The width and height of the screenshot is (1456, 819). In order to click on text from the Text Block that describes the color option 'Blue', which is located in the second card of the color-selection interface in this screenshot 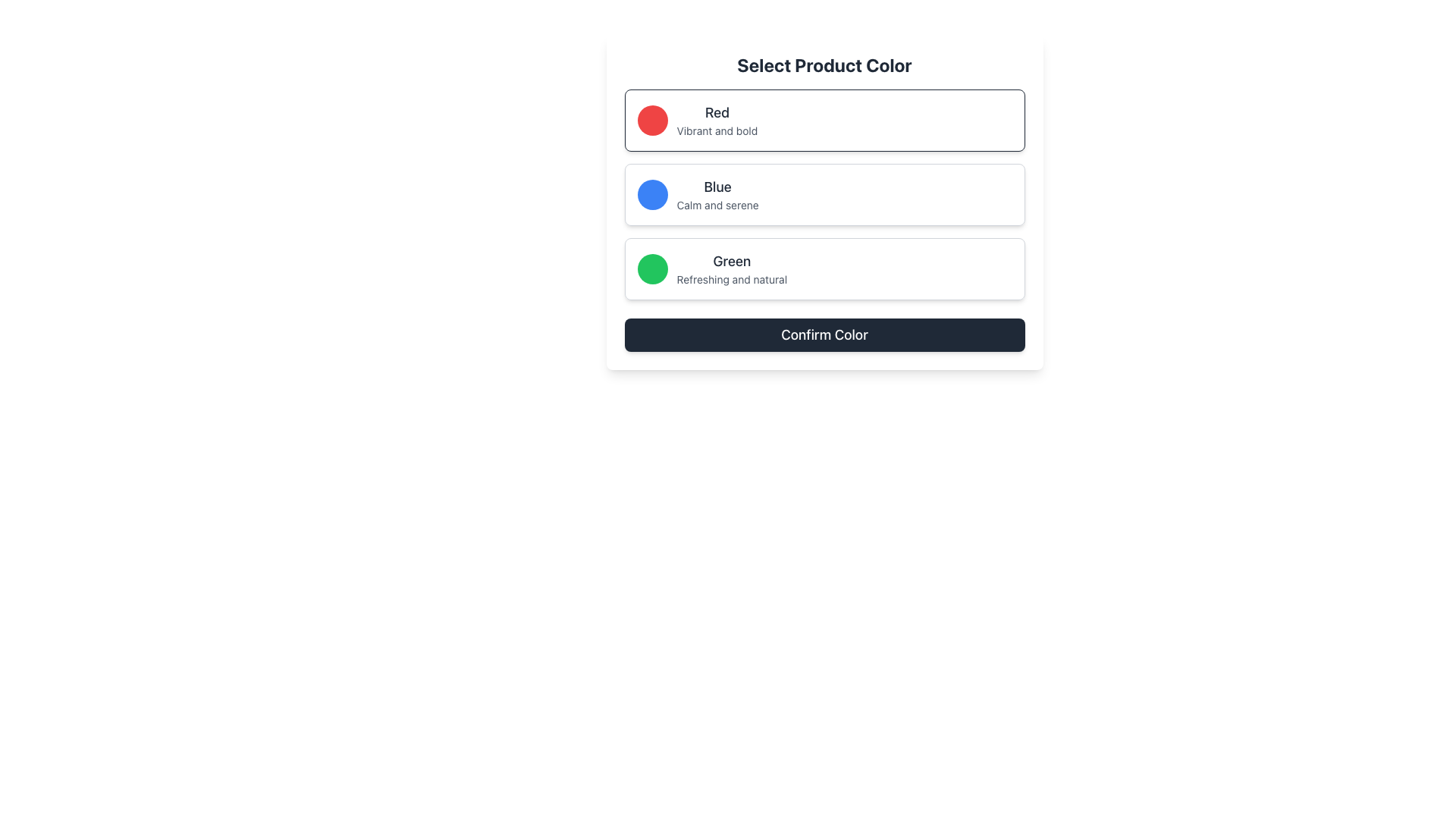, I will do `click(717, 194)`.